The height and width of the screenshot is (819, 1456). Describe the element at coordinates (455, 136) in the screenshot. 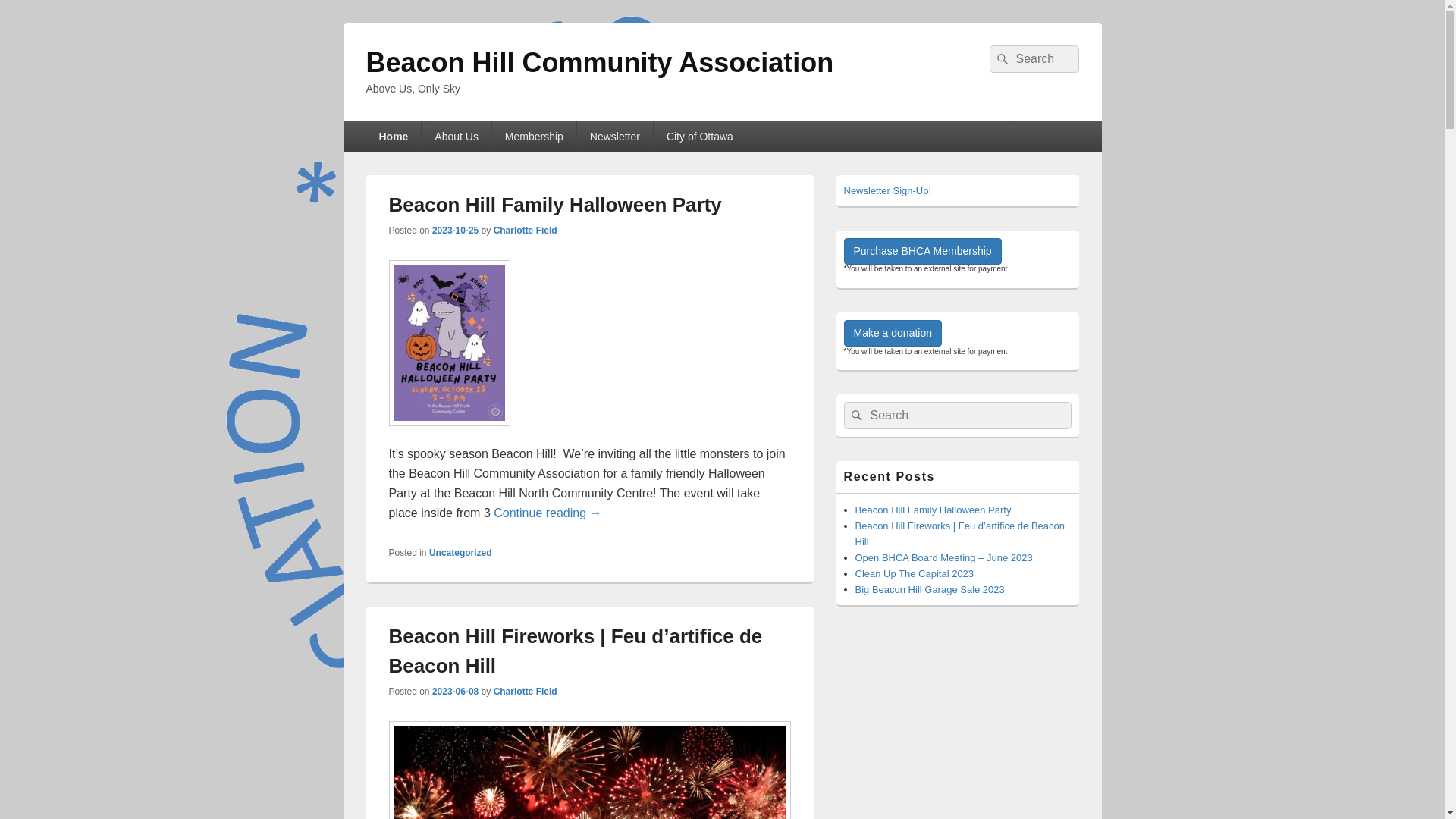

I see `'About Us'` at that location.